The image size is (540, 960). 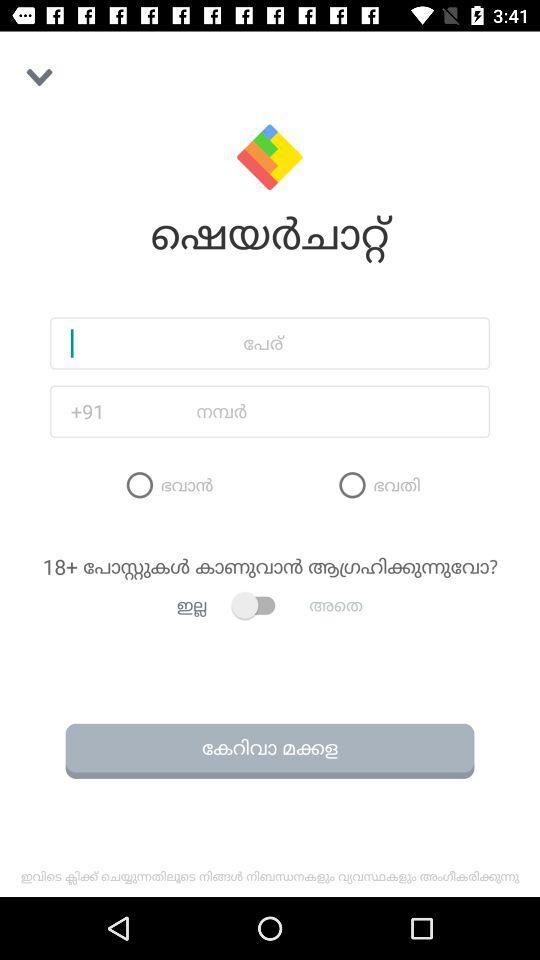 I want to click on the expand_more icon, so click(x=39, y=77).